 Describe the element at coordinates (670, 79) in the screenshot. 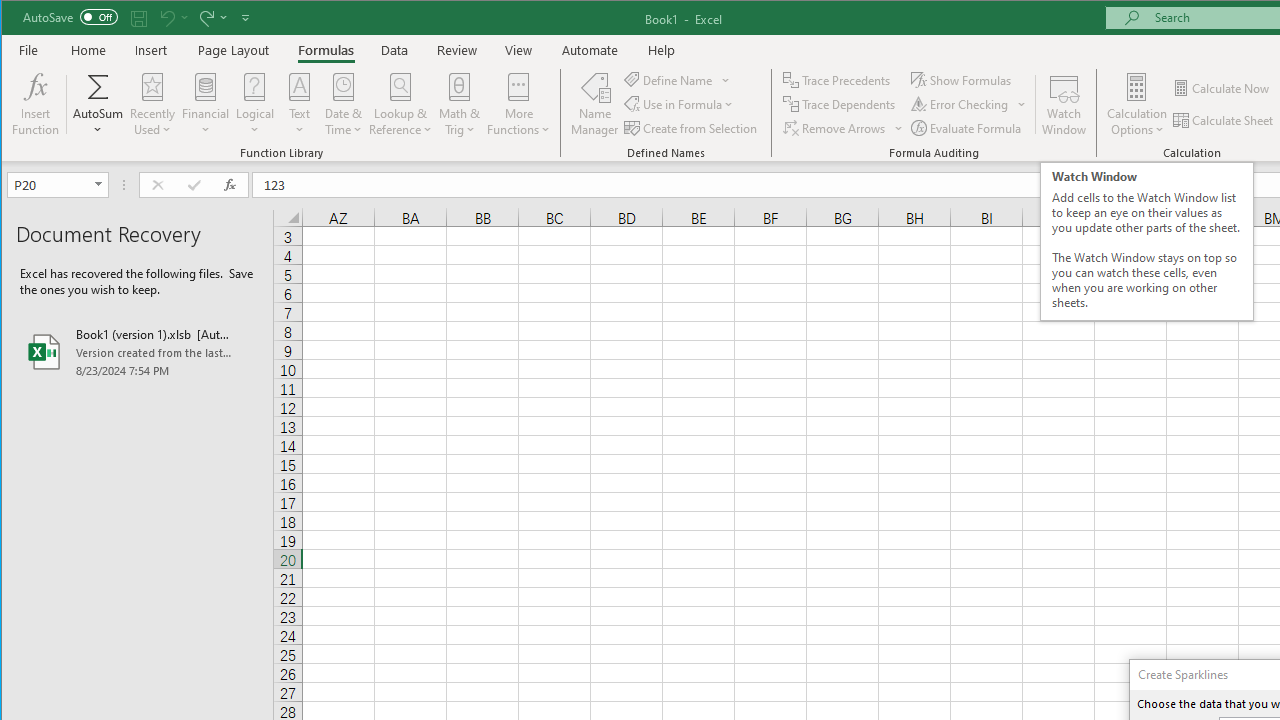

I see `'Define Name...'` at that location.